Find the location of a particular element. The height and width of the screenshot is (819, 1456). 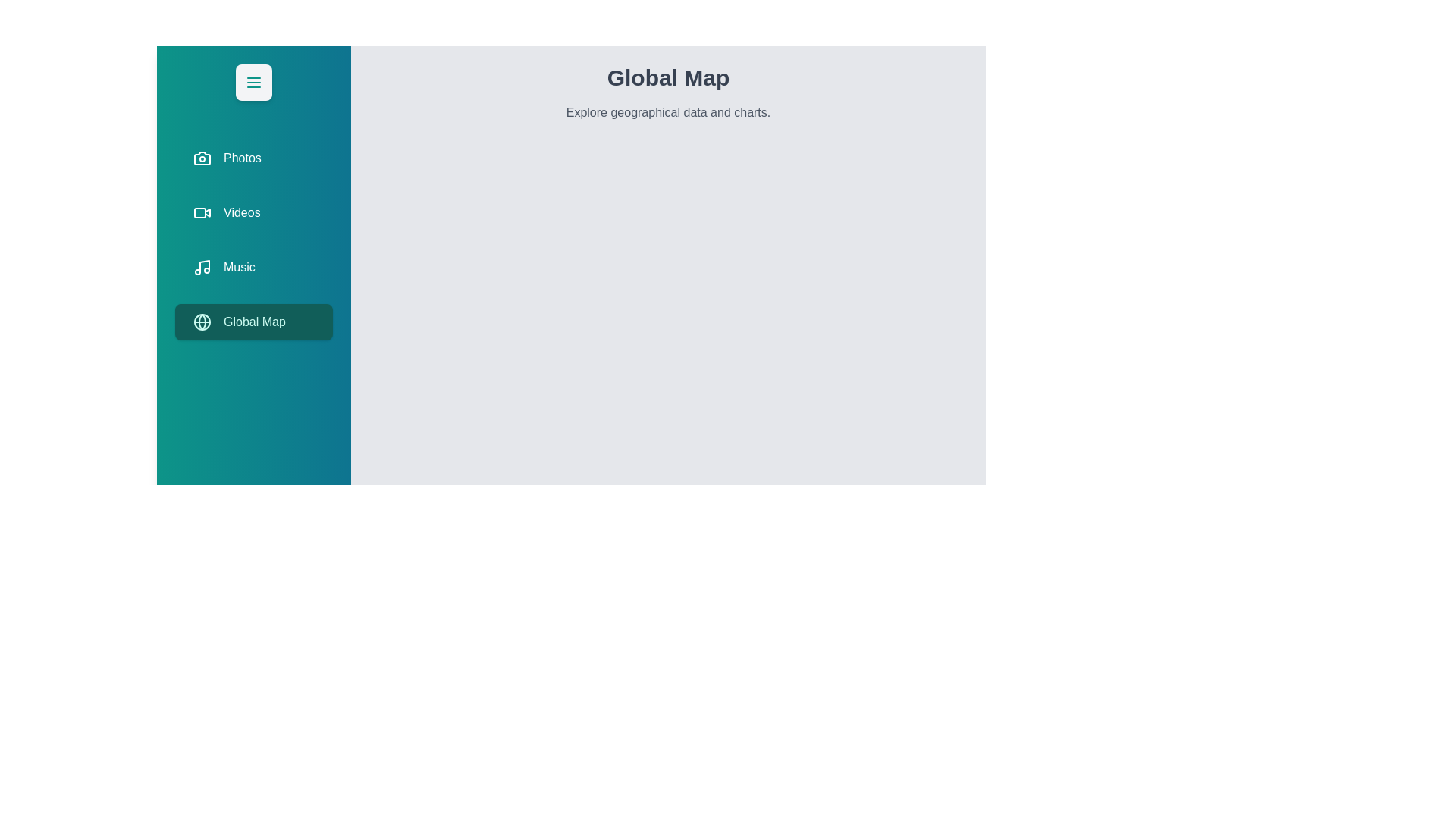

the tab labeled Global Map from the menu is located at coordinates (254, 321).